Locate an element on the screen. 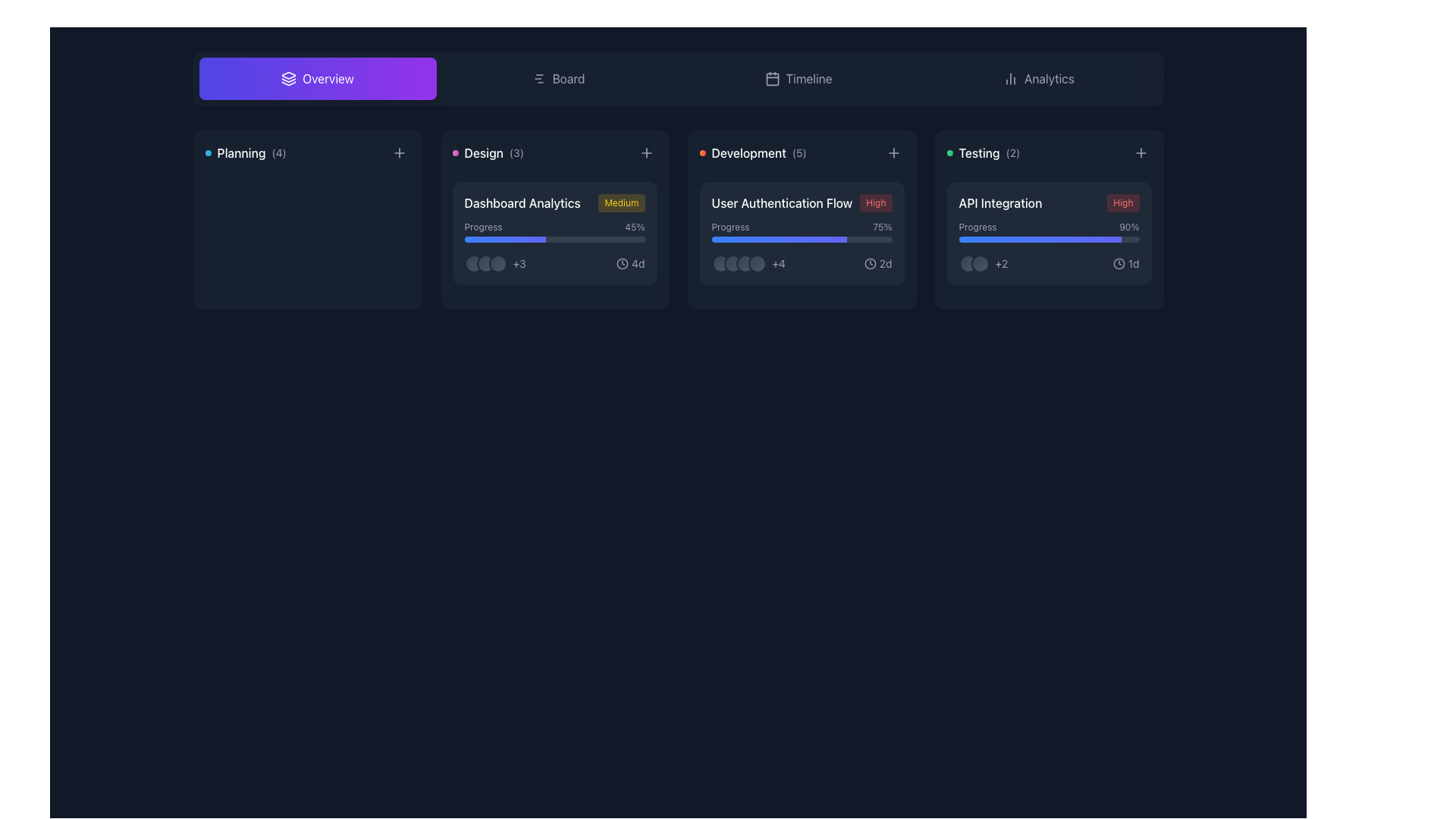 The image size is (1456, 819). the static text label displaying the word 'Testing', which is styled in bold sans-serif font and located between a green circular icon and the number '(2)' in gray within the 'API Integration' card is located at coordinates (979, 152).